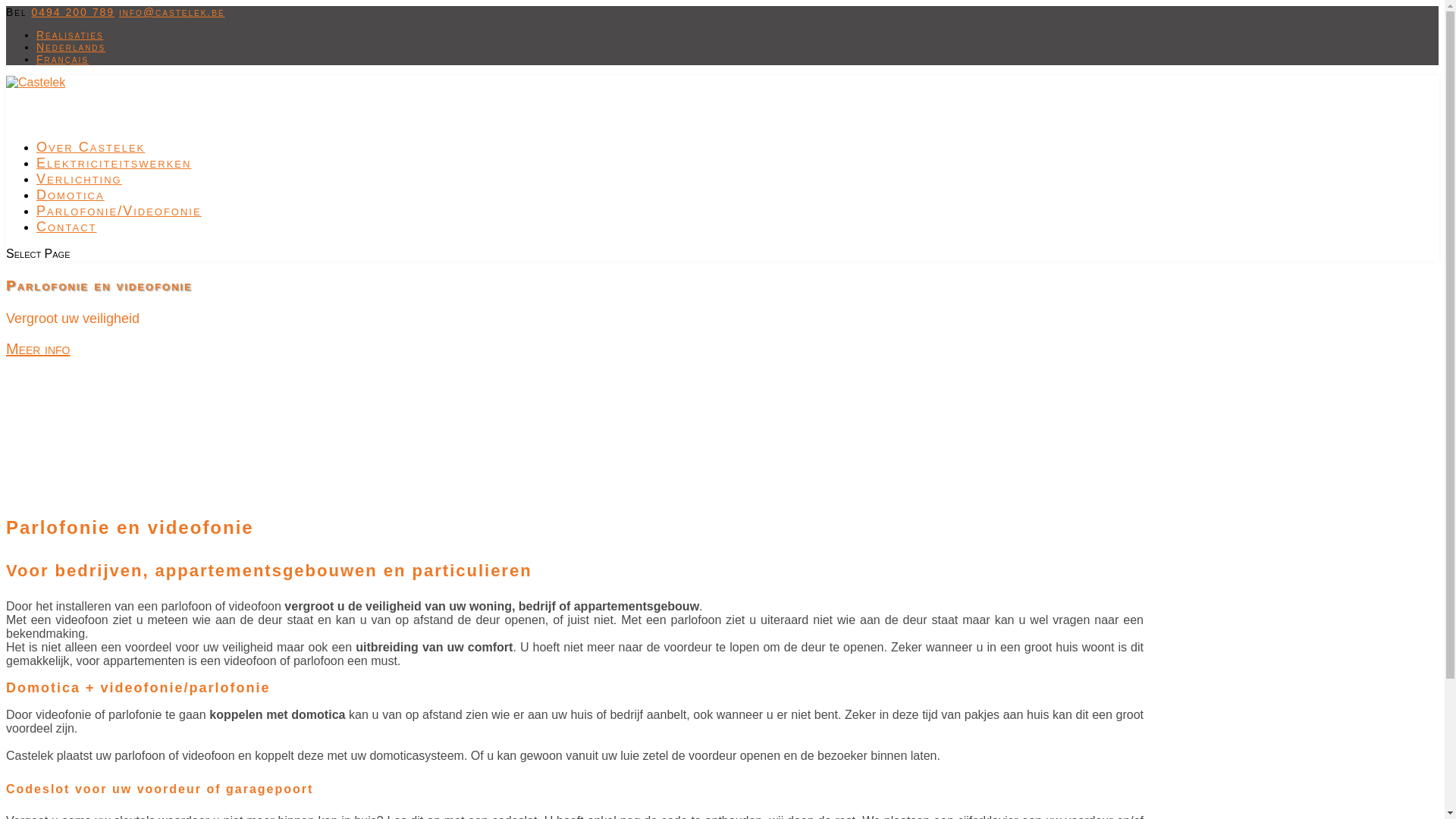  What do you see at coordinates (89, 166) in the screenshot?
I see `'Over Castelek'` at bounding box center [89, 166].